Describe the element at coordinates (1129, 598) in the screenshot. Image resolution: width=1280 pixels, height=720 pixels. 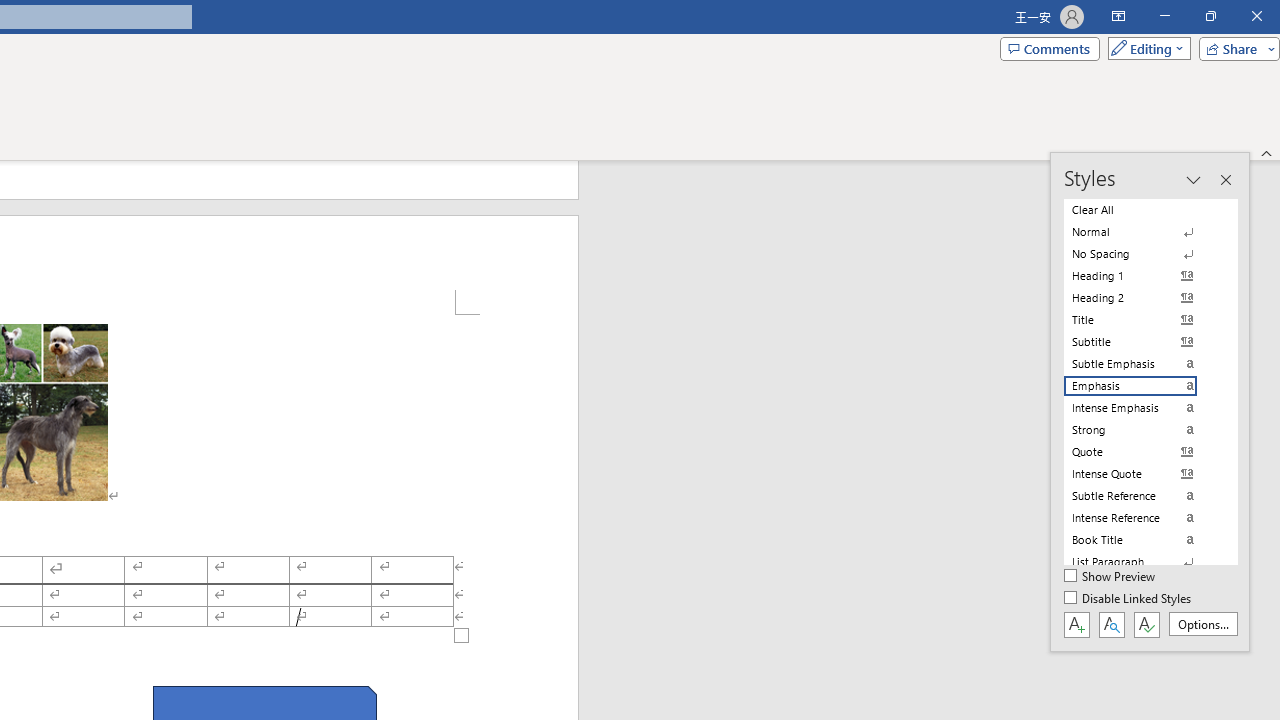
I see `'Disable Linked Styles'` at that location.